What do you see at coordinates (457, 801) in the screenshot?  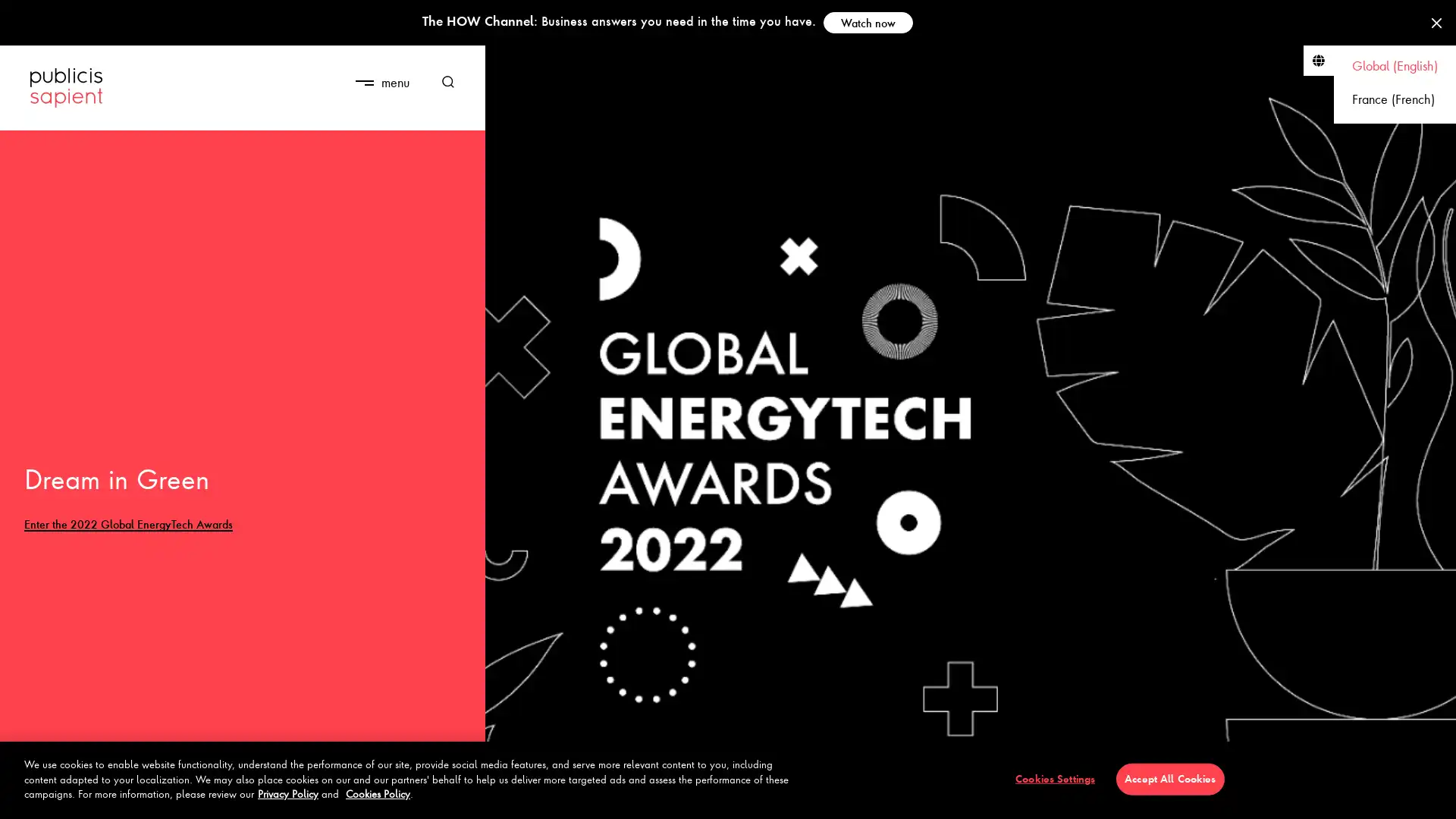 I see `Stop automatic slide show` at bounding box center [457, 801].